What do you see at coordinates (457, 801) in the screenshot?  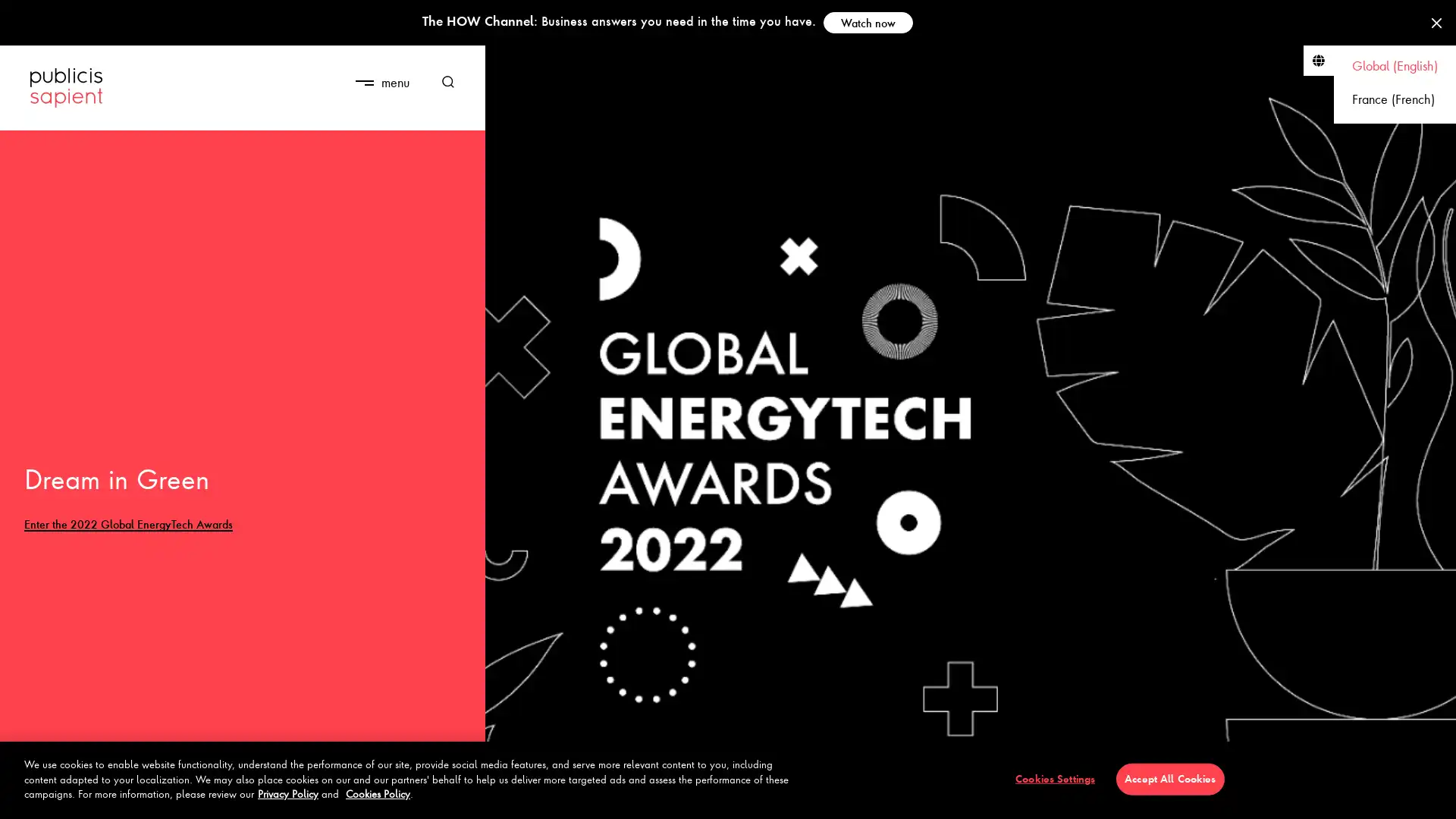 I see `Stop automatic slide show` at bounding box center [457, 801].